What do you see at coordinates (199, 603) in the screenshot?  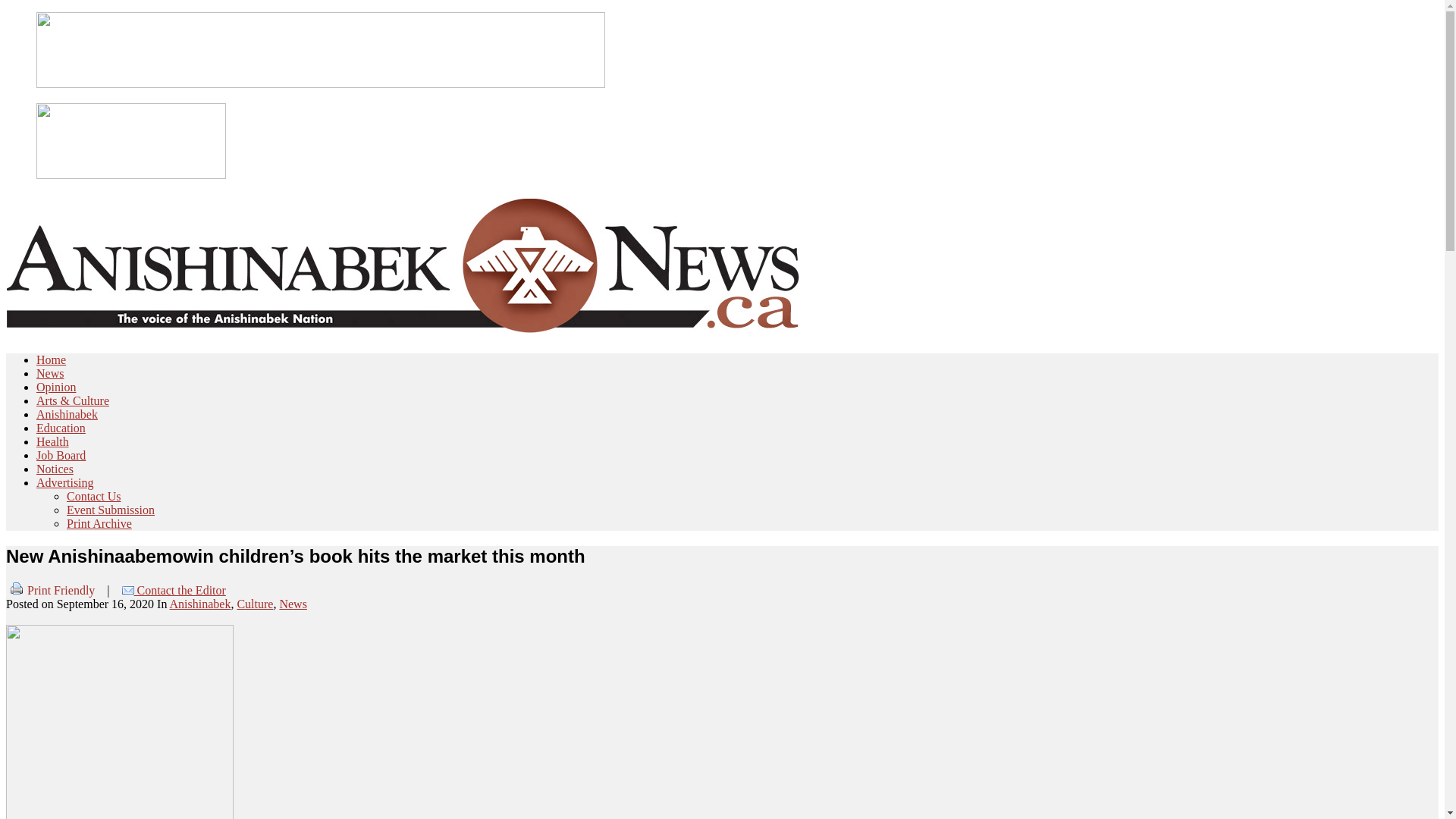 I see `'Anishinabek'` at bounding box center [199, 603].